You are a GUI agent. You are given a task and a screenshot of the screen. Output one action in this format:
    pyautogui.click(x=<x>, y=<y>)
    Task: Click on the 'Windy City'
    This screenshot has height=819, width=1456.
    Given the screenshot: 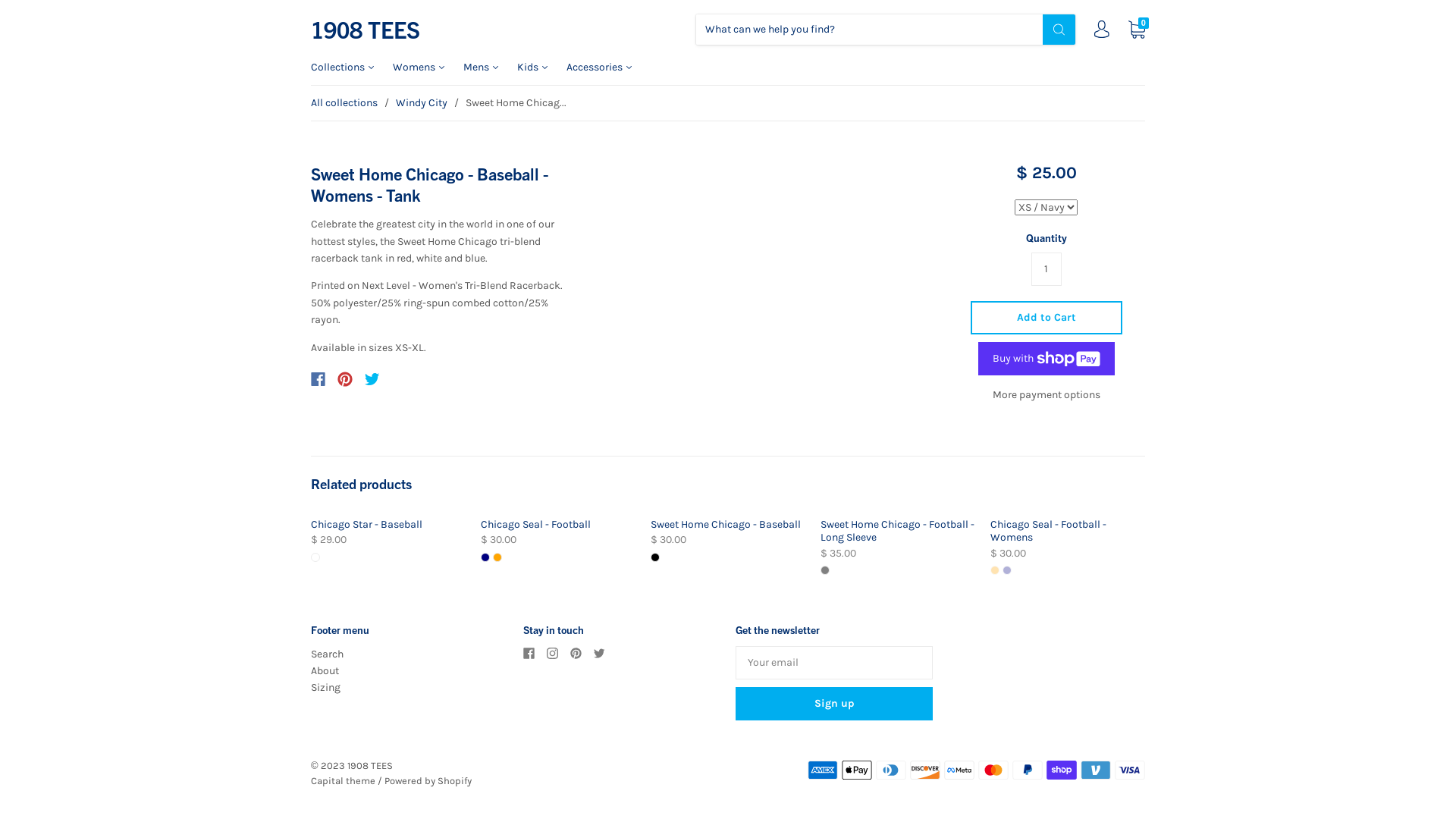 What is the action you would take?
    pyautogui.click(x=422, y=102)
    